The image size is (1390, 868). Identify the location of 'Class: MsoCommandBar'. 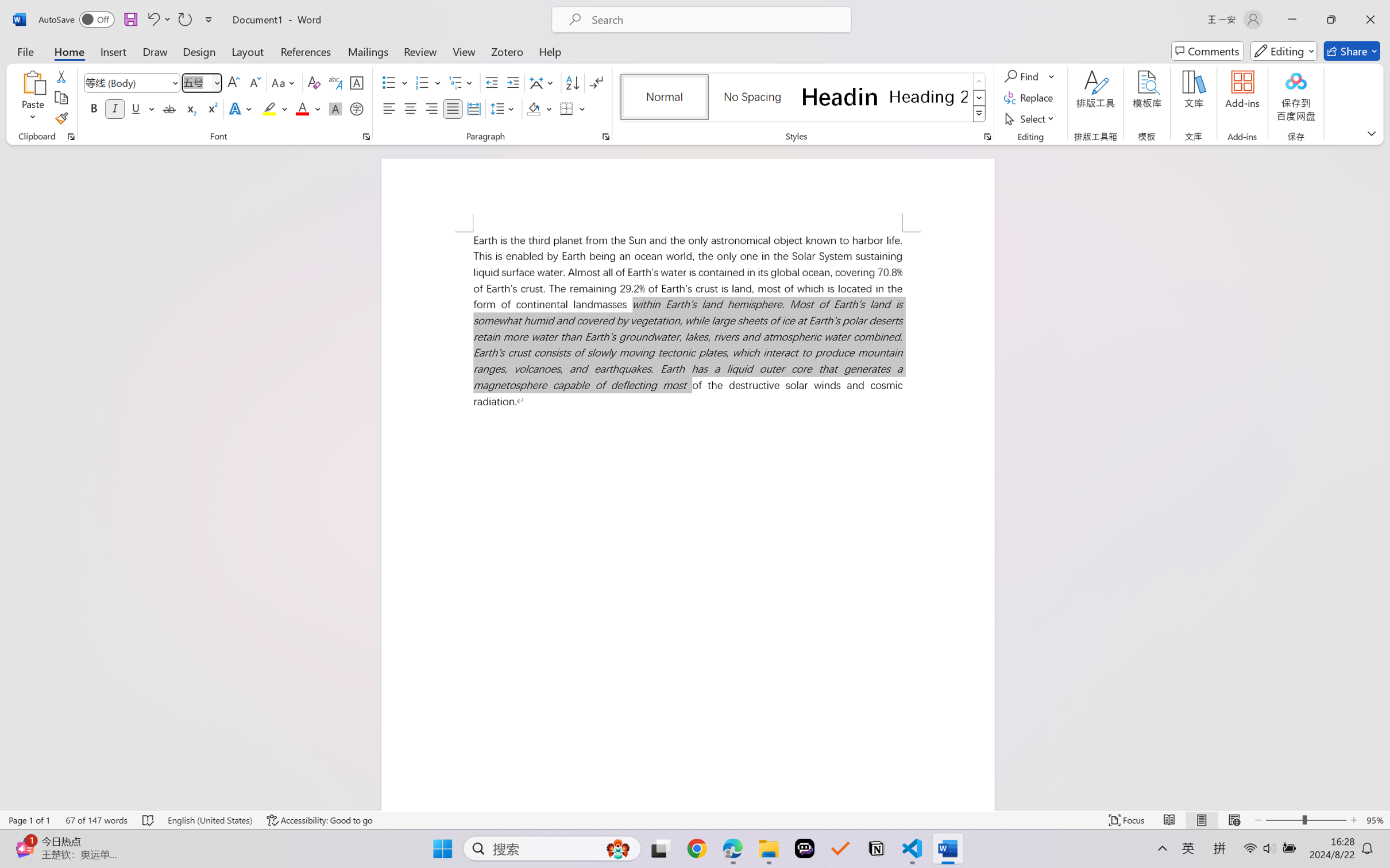
(695, 820).